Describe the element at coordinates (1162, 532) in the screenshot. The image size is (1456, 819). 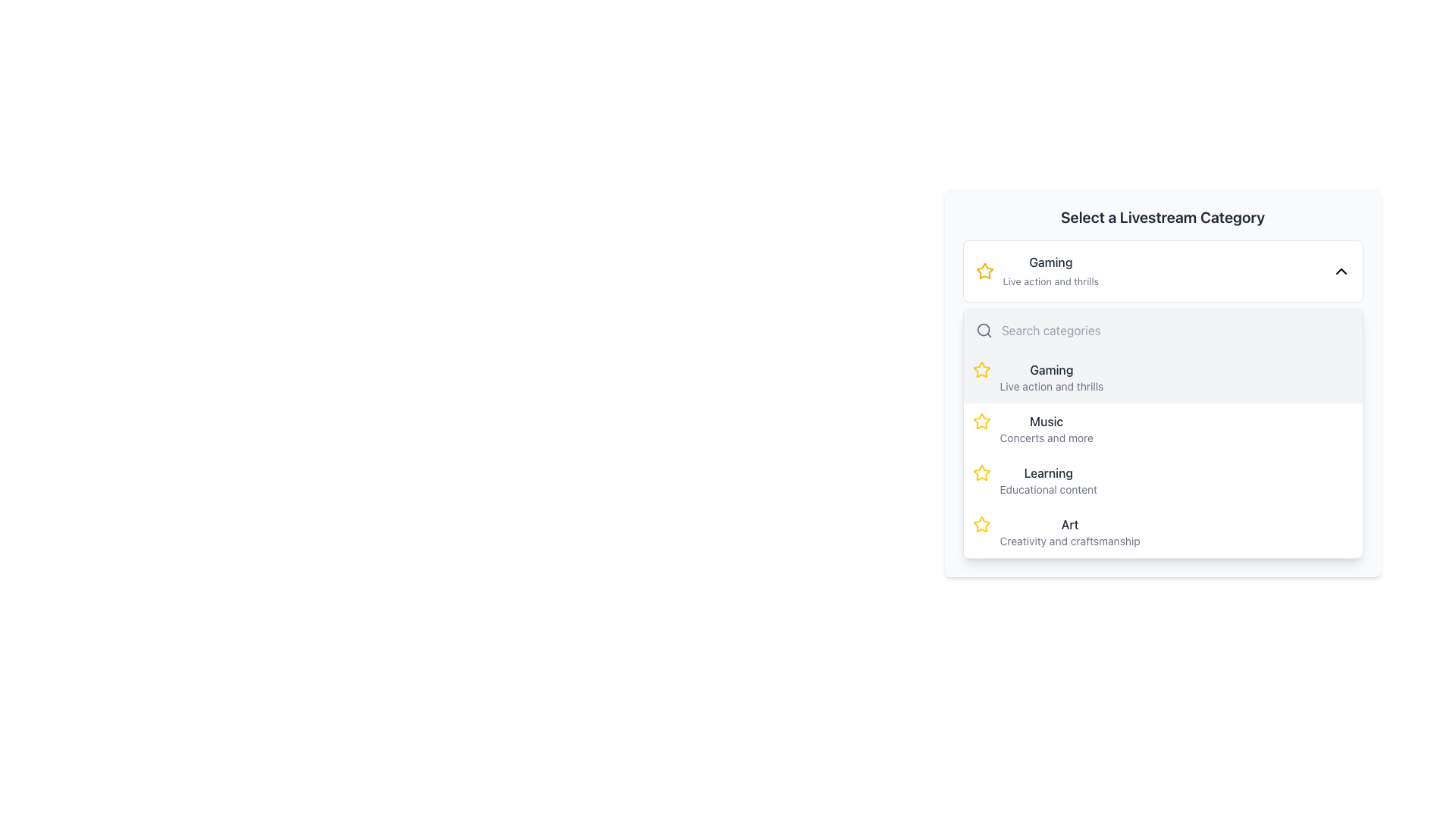
I see `the 'Art' category list item within the dropdown menu for keyboard navigation` at that location.